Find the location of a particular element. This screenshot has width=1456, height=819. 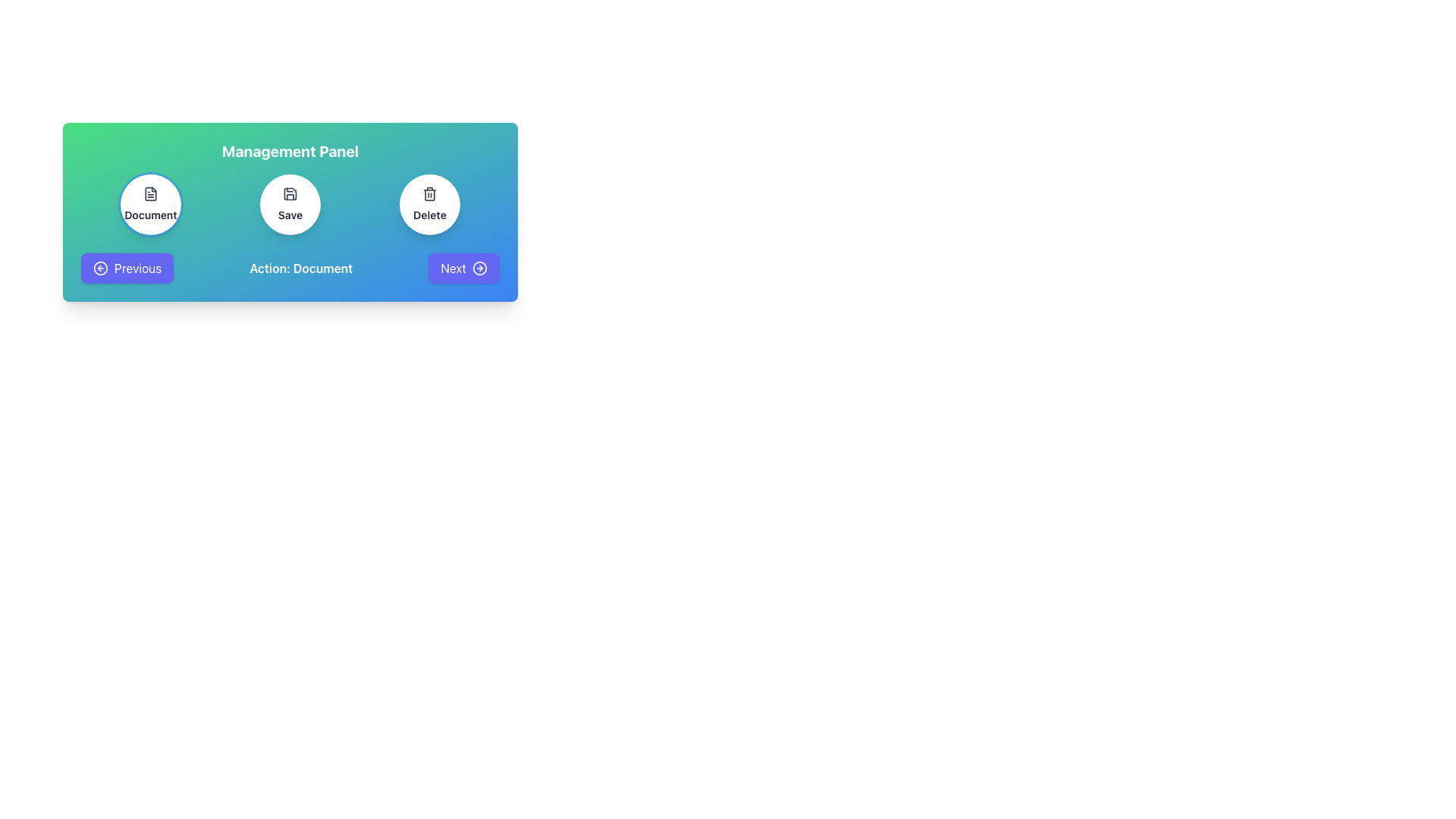

the circular 'Delete' button with a trash can icon located in the Management Panel is located at coordinates (428, 205).